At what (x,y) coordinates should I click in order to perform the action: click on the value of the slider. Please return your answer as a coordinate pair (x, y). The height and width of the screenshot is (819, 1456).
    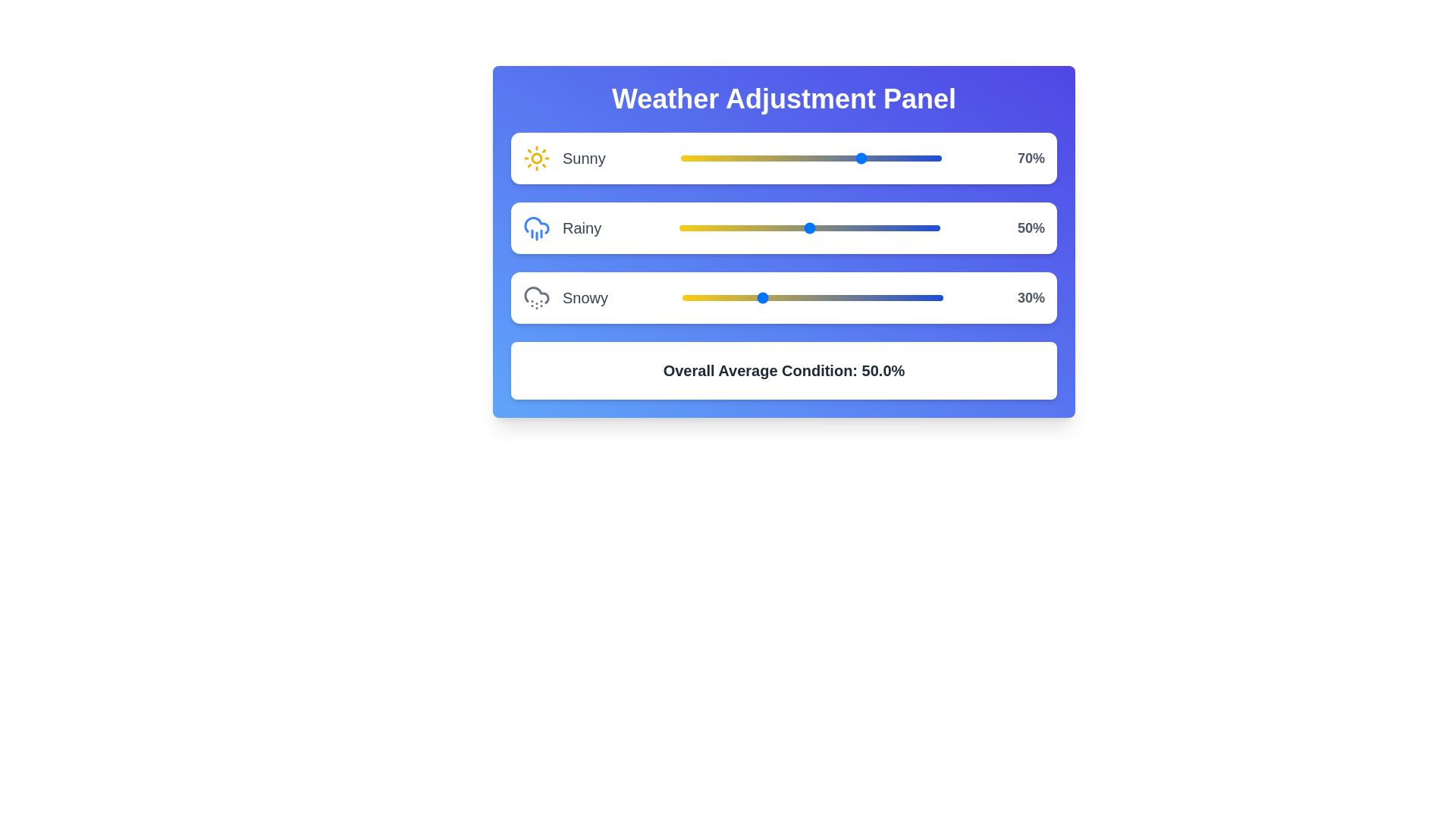
    Looking at the image, I should click on (793, 298).